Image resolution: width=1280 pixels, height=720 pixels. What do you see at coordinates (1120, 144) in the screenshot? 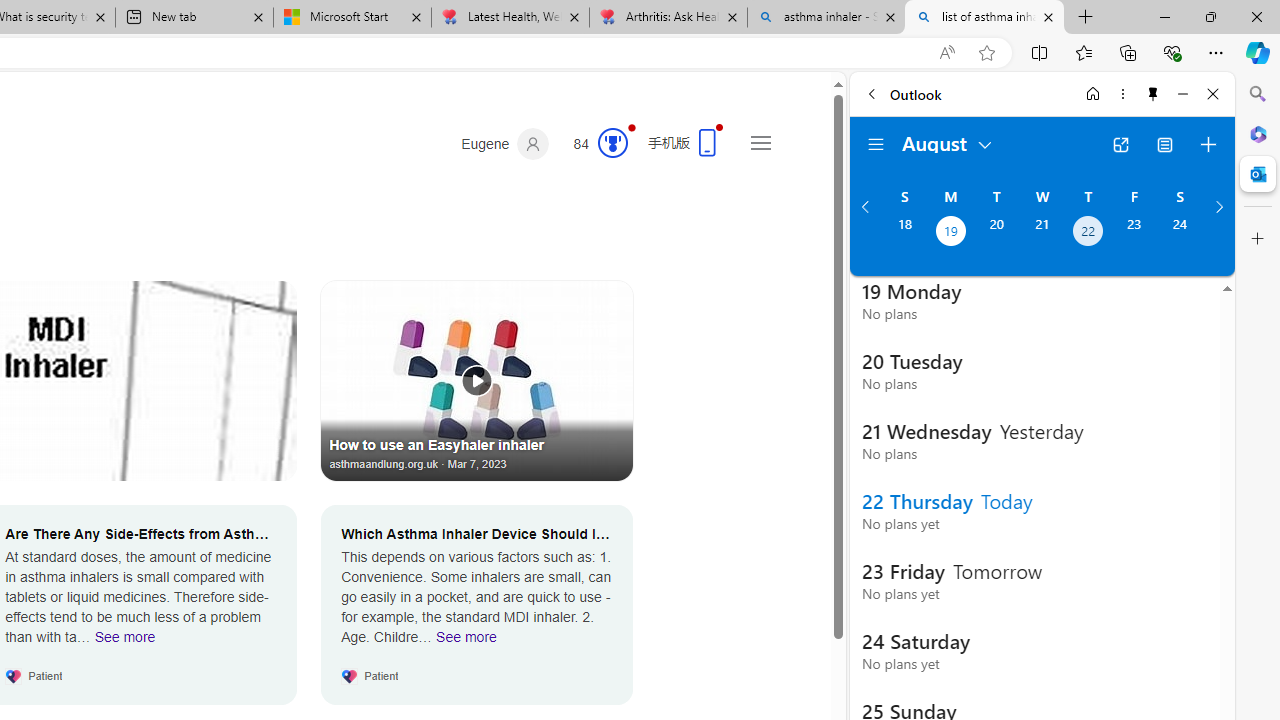
I see `'Open in new tab'` at bounding box center [1120, 144].